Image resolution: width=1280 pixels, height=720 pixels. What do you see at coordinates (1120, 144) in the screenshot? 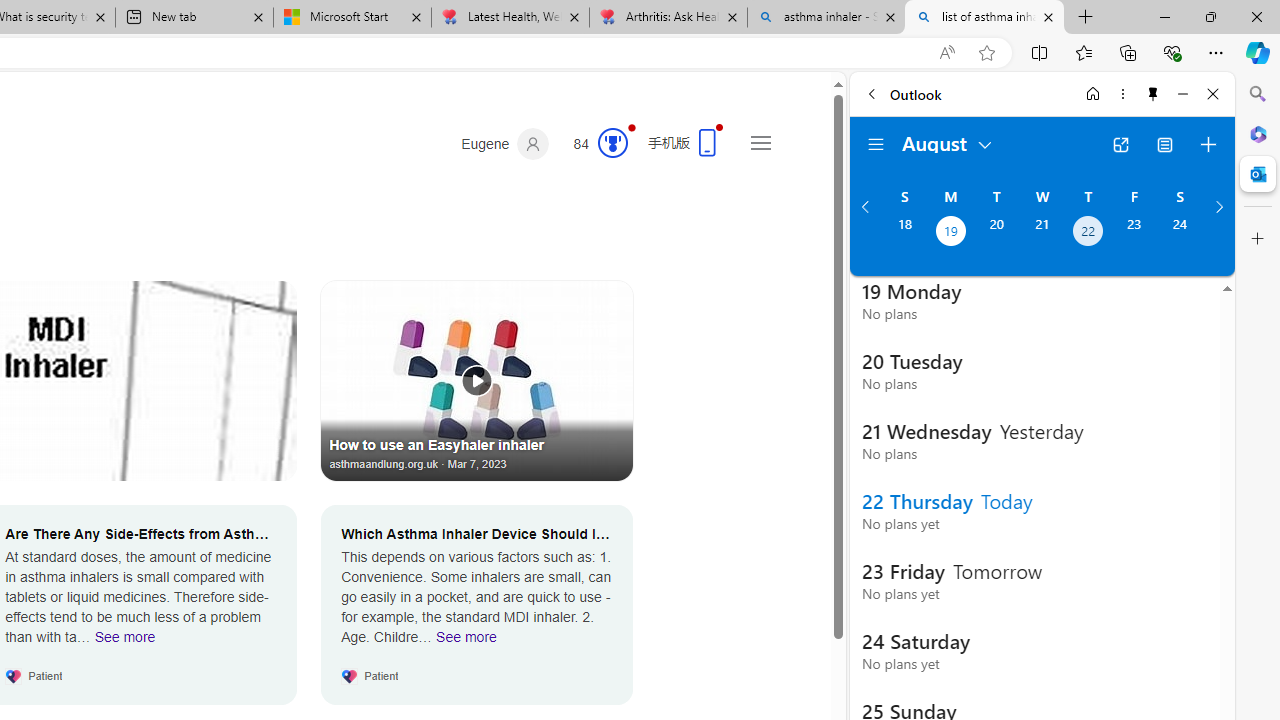
I see `'Open in new tab'` at bounding box center [1120, 144].